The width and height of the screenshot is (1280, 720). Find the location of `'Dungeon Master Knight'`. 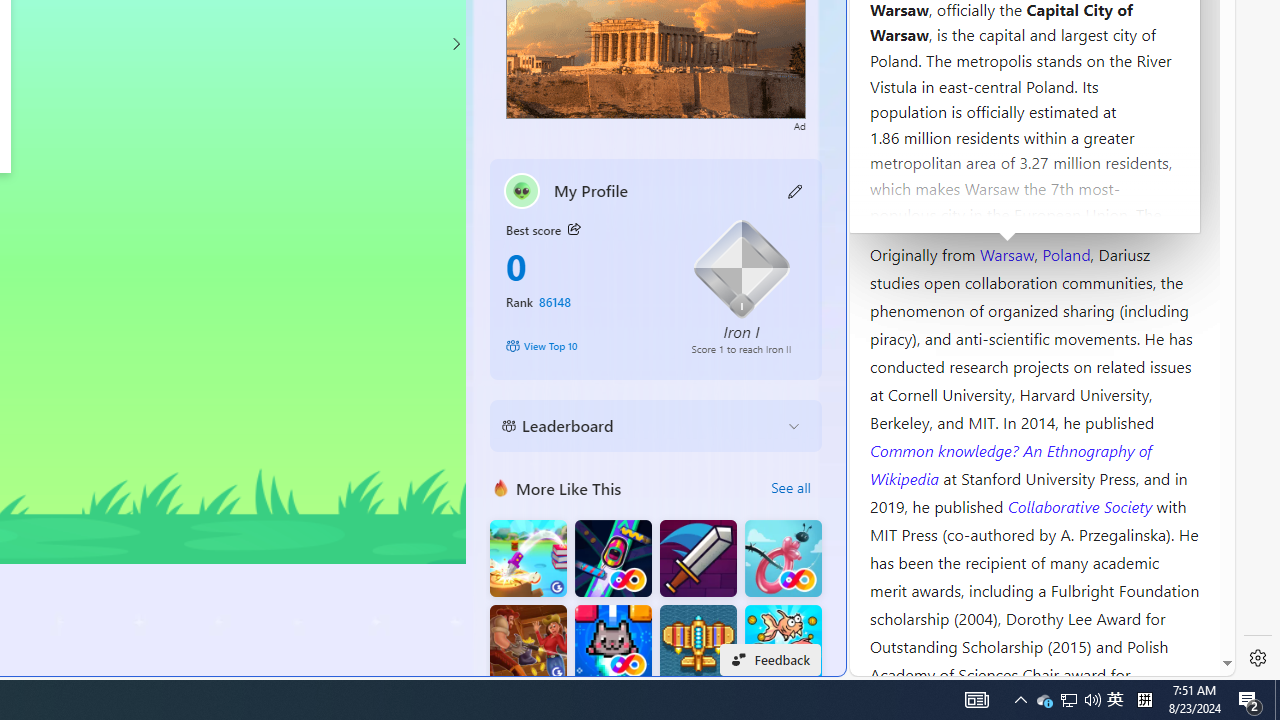

'Dungeon Master Knight' is located at coordinates (698, 558).